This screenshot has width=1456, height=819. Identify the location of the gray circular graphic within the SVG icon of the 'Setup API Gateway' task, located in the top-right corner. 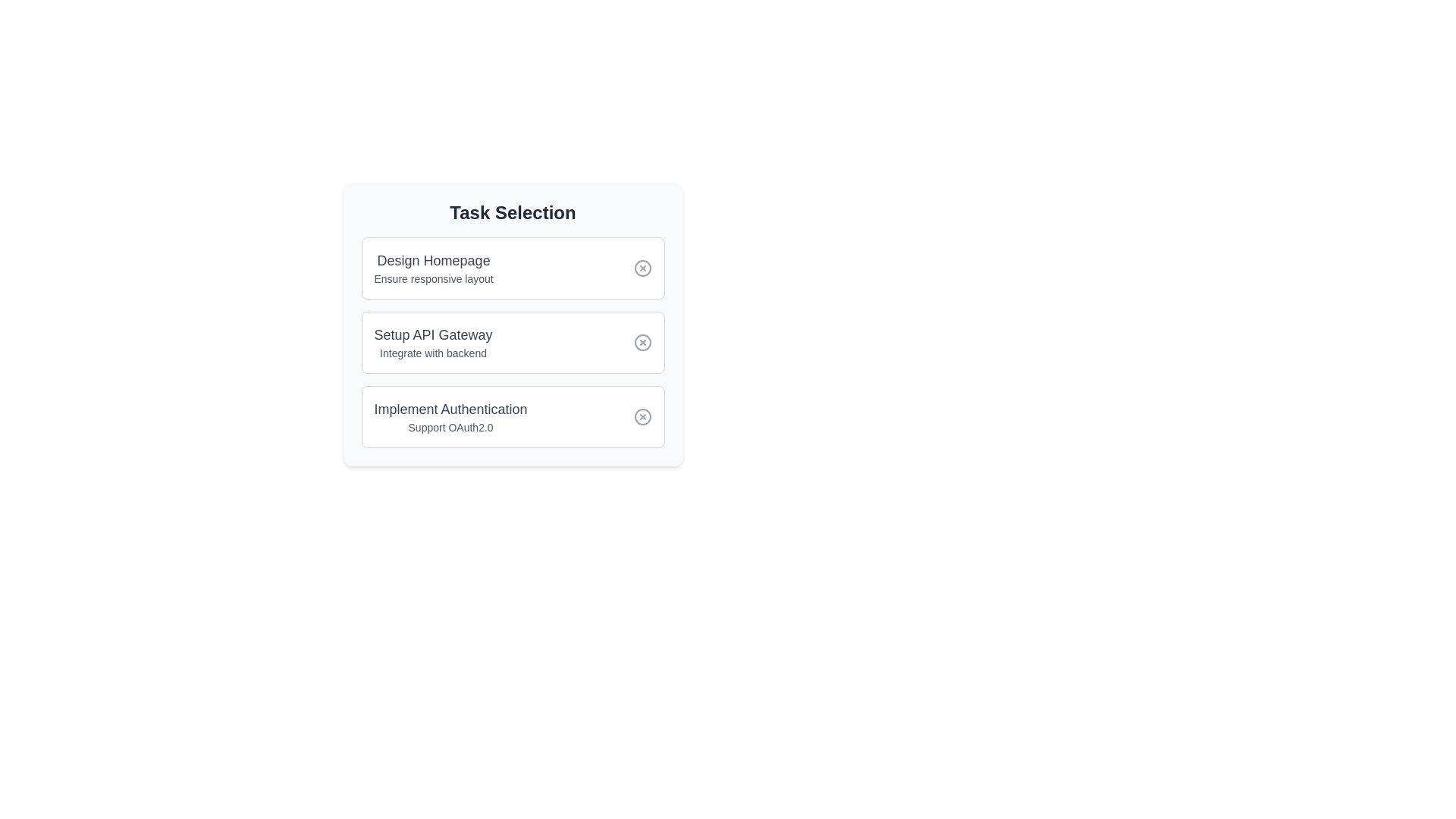
(642, 342).